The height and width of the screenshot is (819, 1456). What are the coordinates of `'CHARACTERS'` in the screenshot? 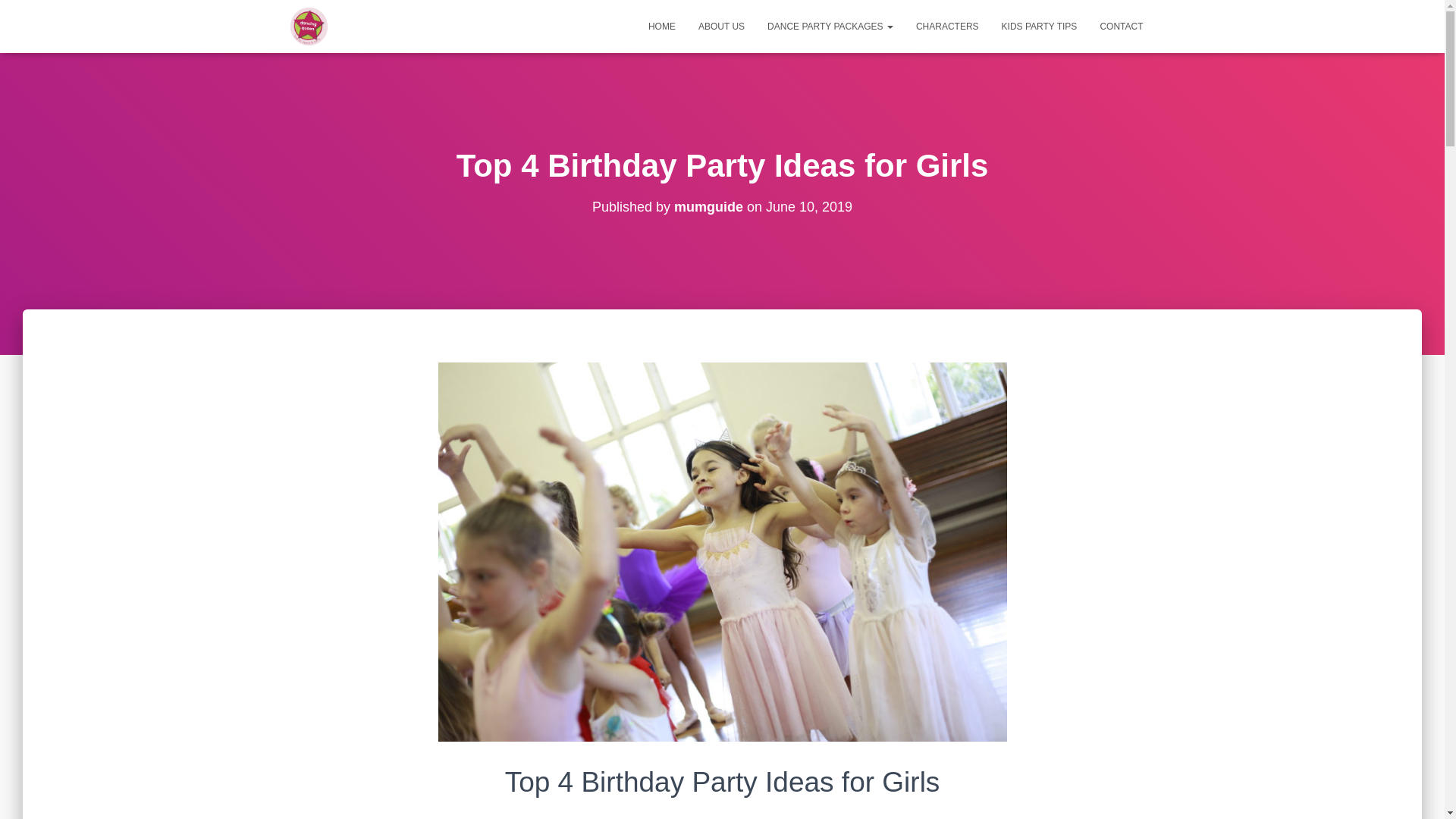 It's located at (946, 26).